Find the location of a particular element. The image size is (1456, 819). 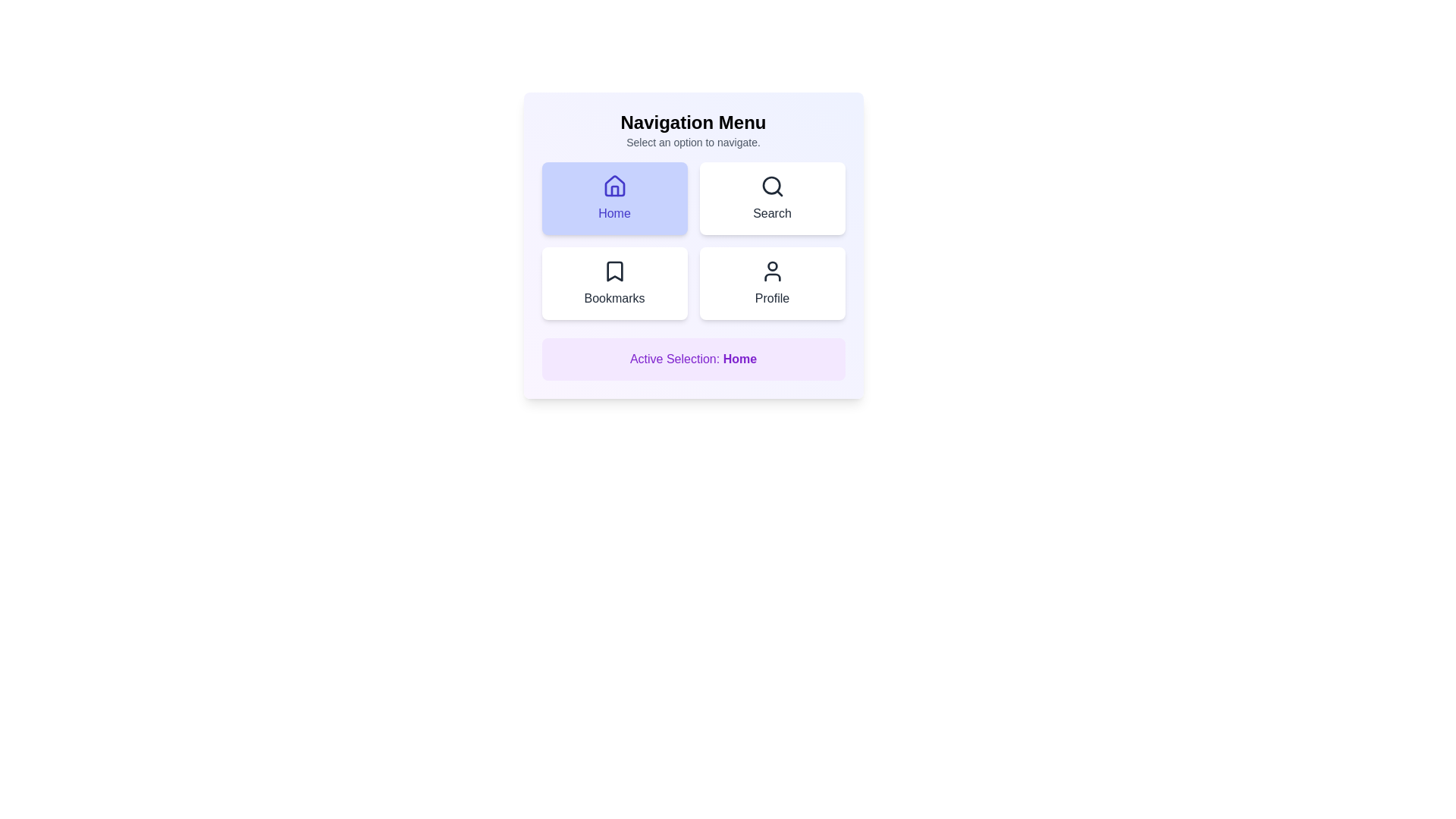

the menu item Search is located at coordinates (772, 198).